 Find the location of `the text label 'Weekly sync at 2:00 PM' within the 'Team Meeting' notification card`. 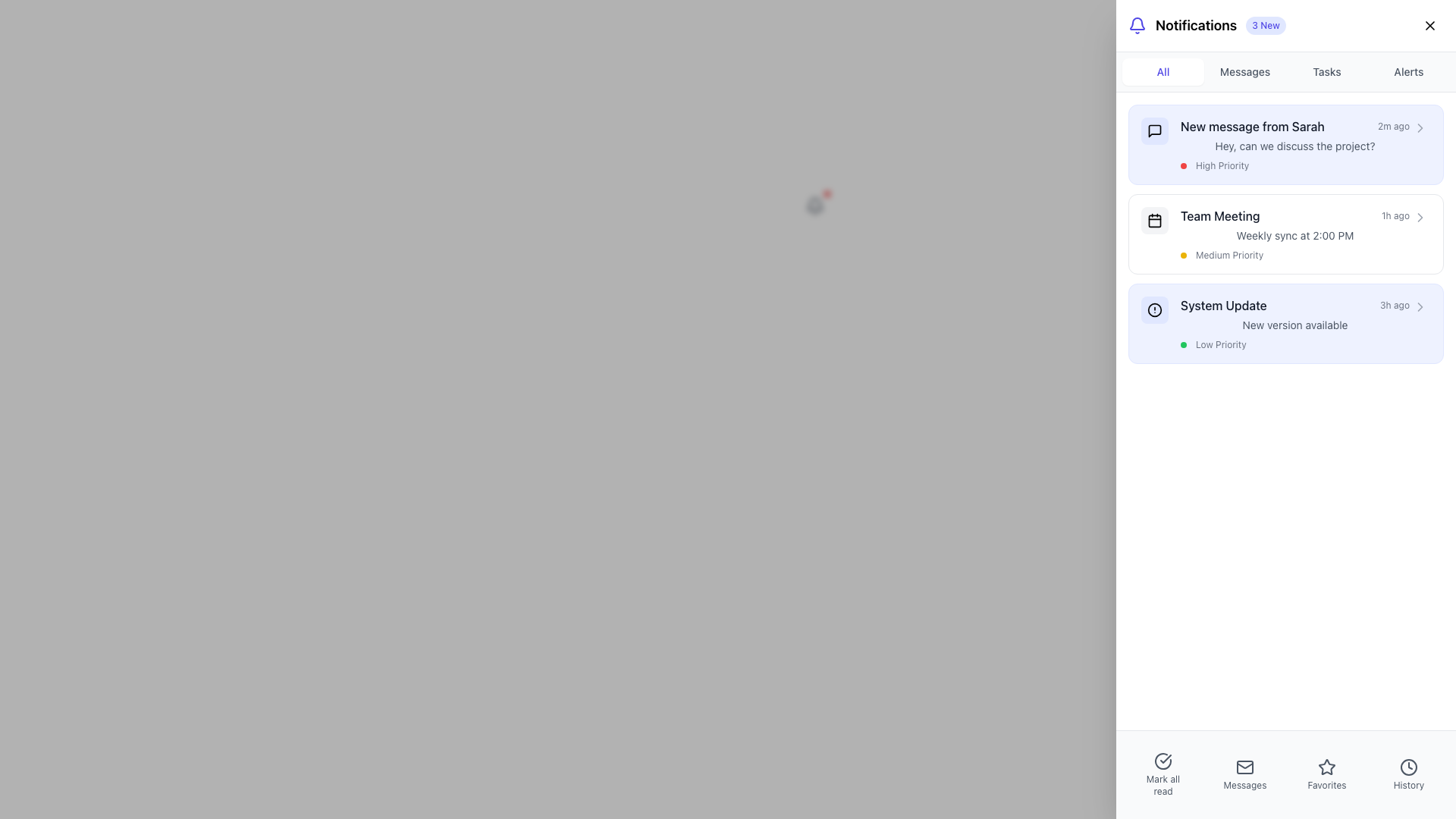

the text label 'Weekly sync at 2:00 PM' within the 'Team Meeting' notification card is located at coordinates (1294, 236).